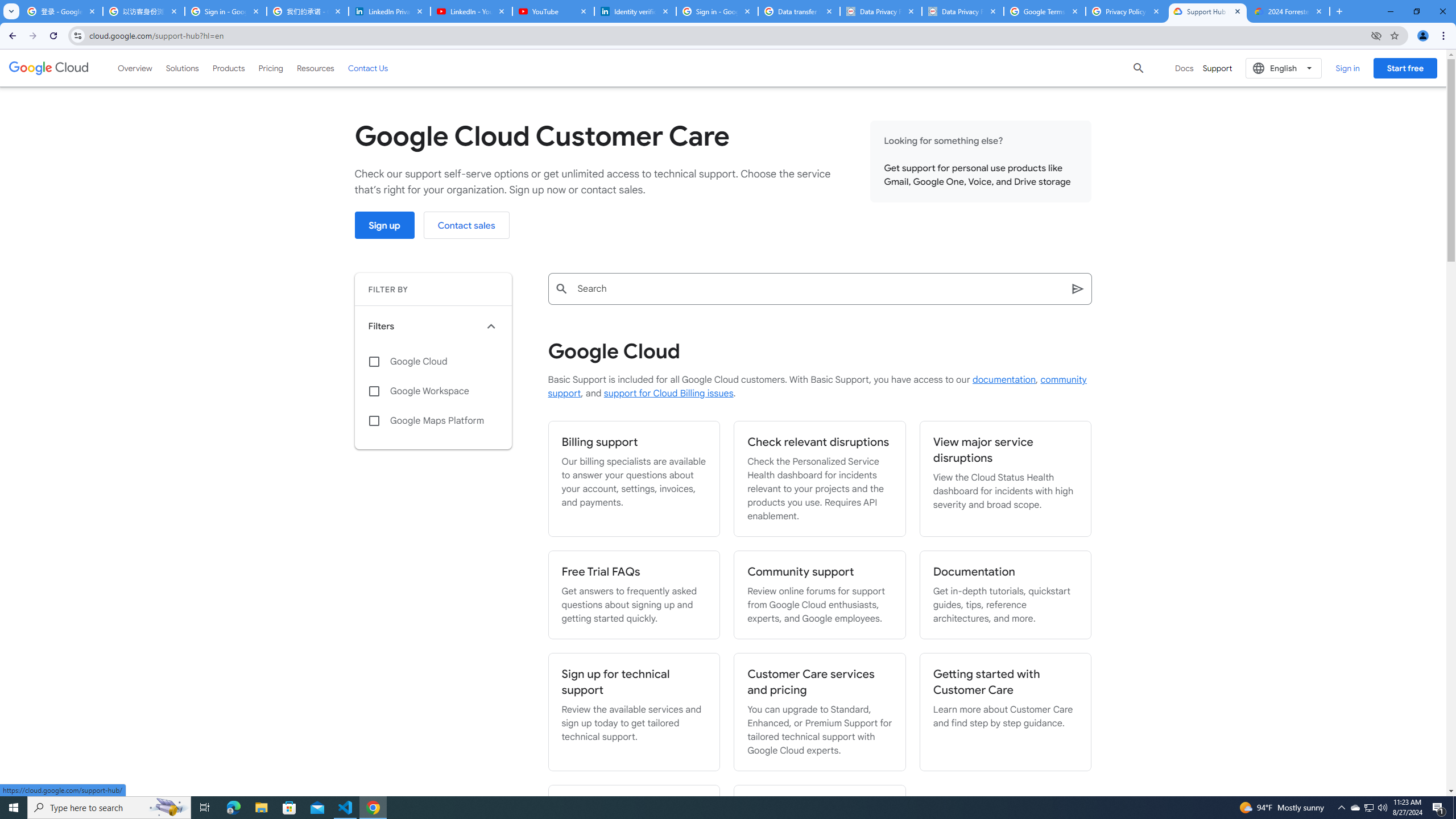 This screenshot has height=819, width=1456. I want to click on 'Restore', so click(1416, 11).